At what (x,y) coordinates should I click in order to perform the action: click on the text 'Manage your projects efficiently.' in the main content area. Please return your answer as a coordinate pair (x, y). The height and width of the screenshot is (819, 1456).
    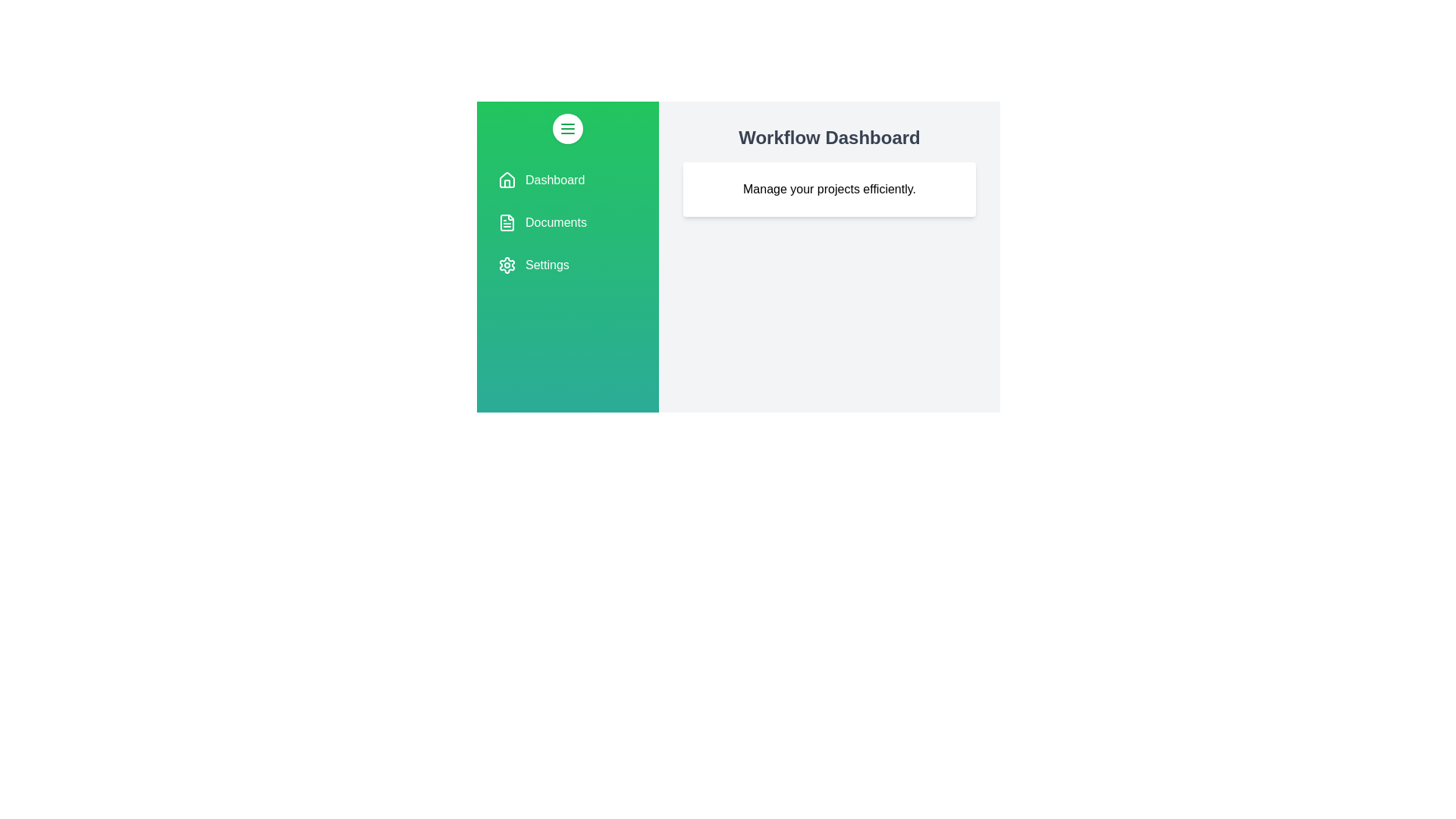
    Looking at the image, I should click on (829, 189).